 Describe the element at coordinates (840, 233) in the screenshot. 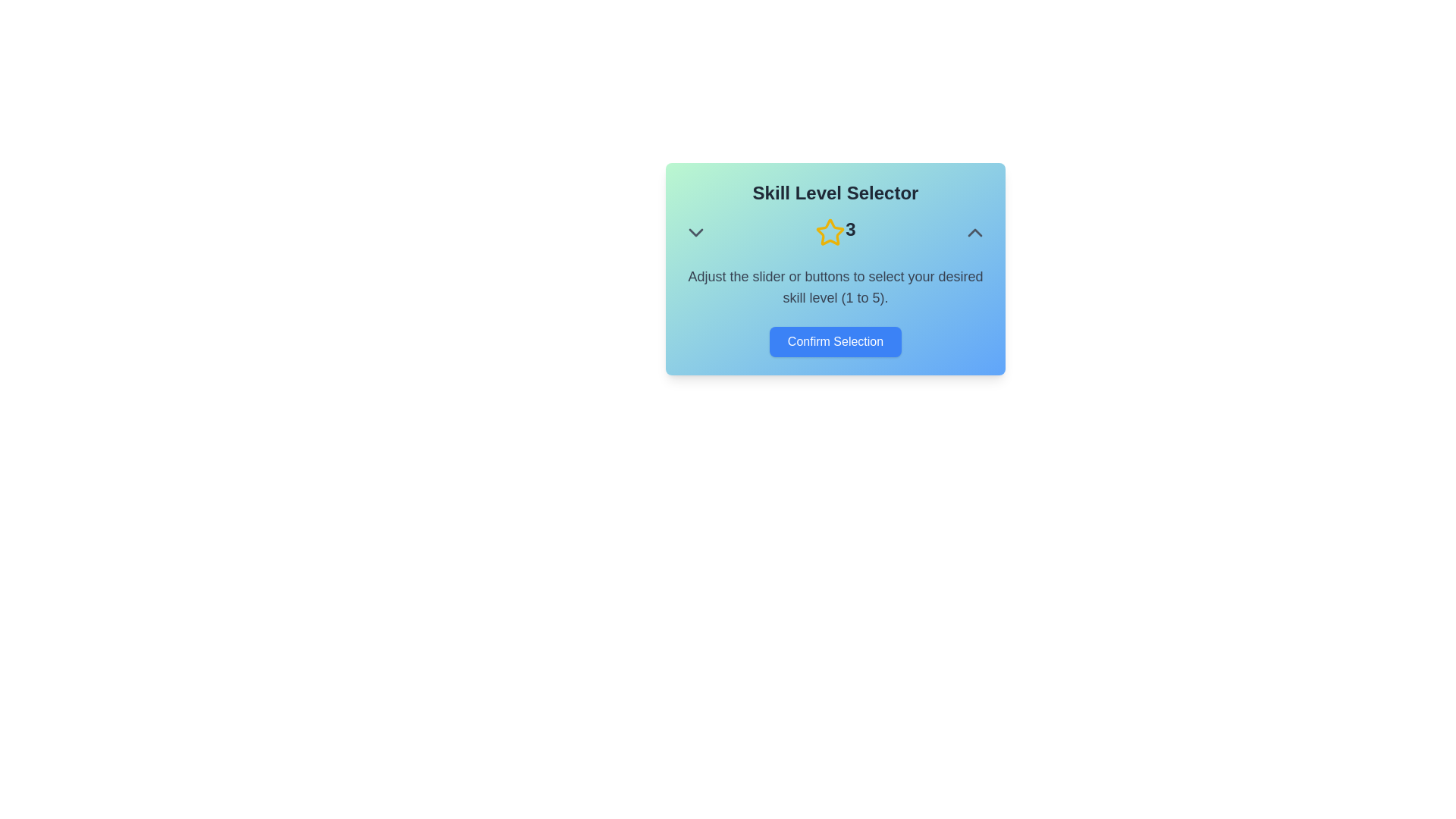

I see `the star icon to set the skill level to 3` at that location.